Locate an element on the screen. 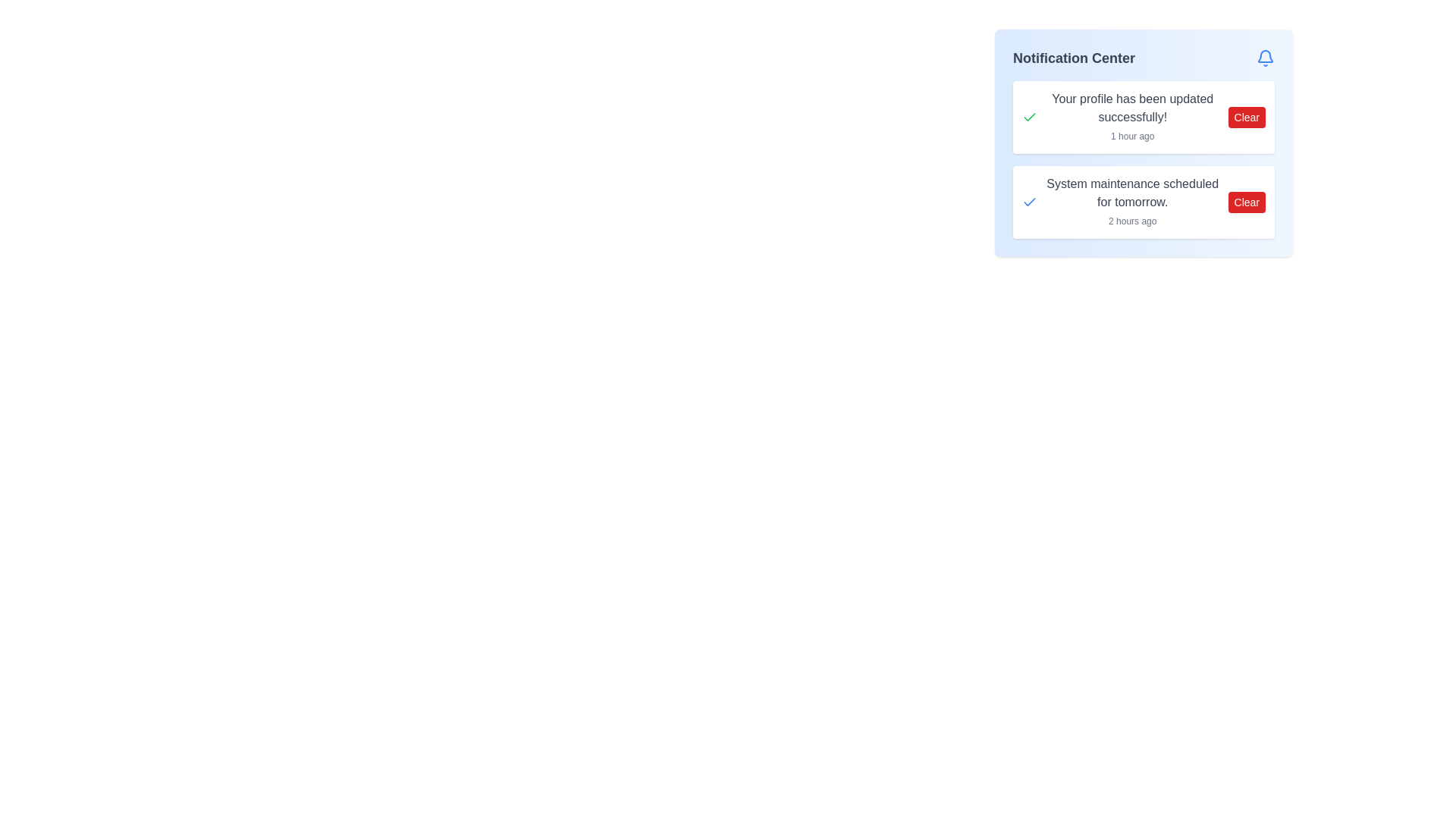  the checkmark icon indicating successful profile updates located in the Notification Center panel is located at coordinates (1030, 201).